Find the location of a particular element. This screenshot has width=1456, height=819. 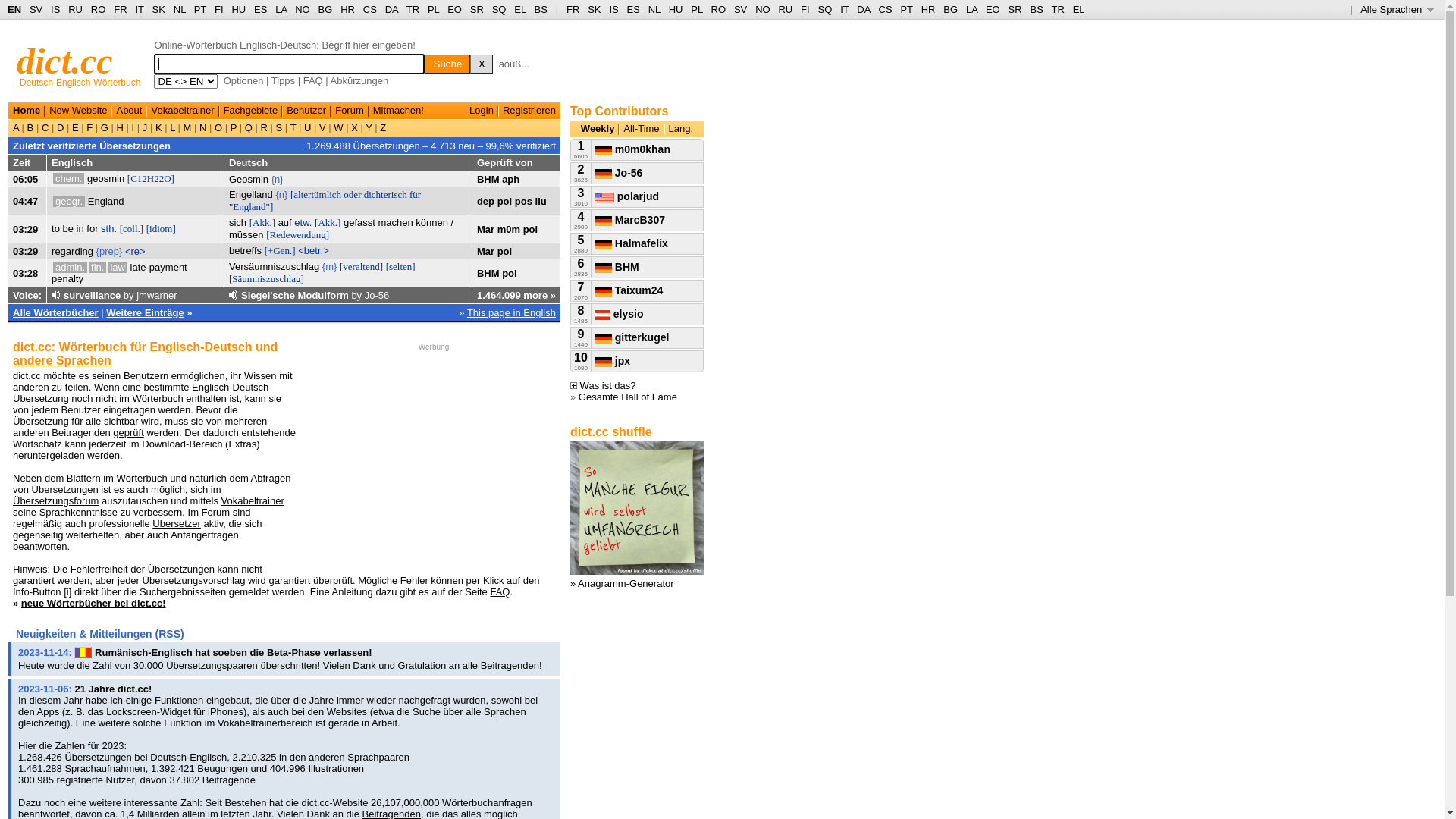

'C' is located at coordinates (45, 127).